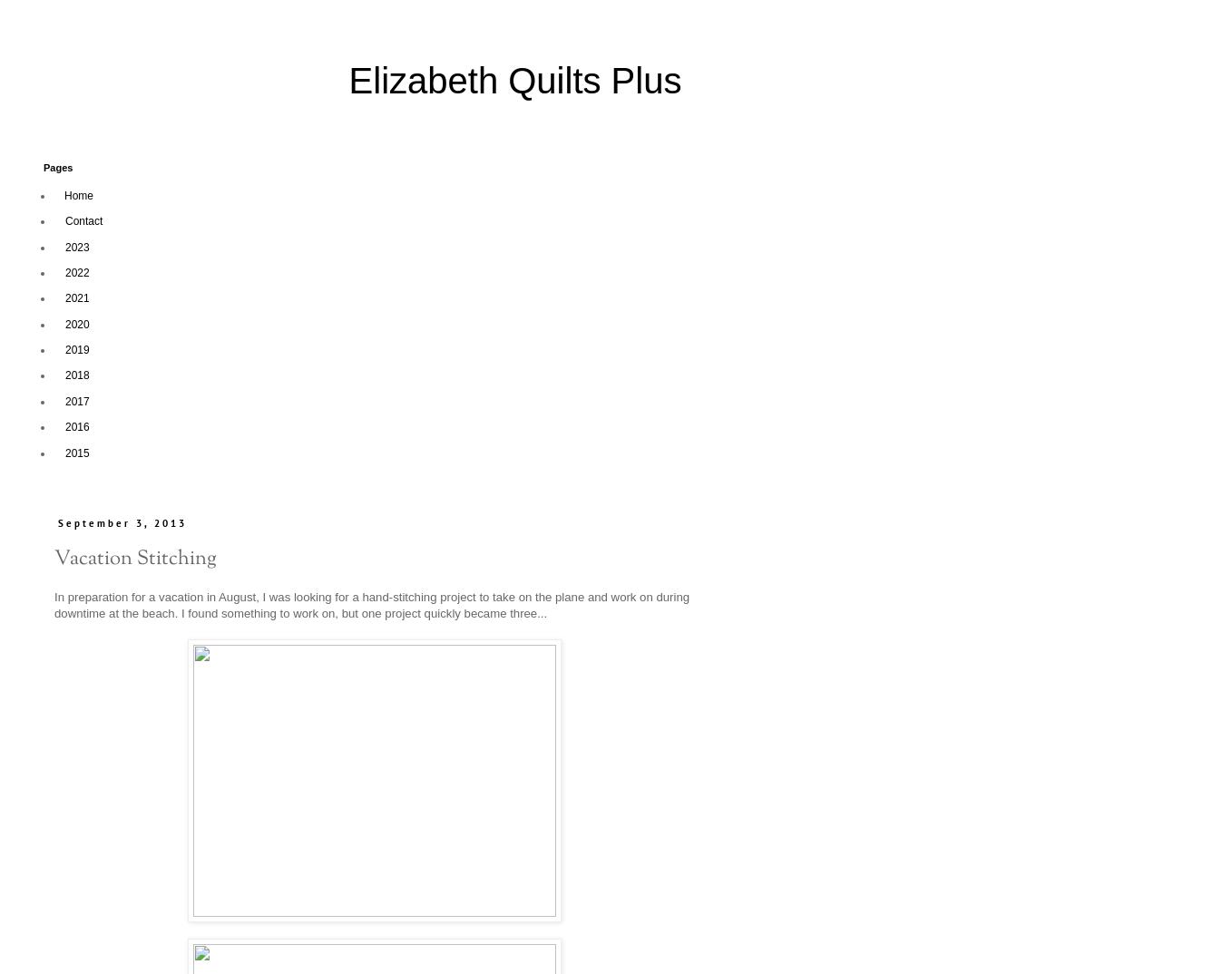  Describe the element at coordinates (370, 603) in the screenshot. I see `'In preparation for a vacation in August, I was looking for a hand-stitching project to take on the plane and work on during downtime at the beach. I found something to work on, but one project quickly became three...'` at that location.